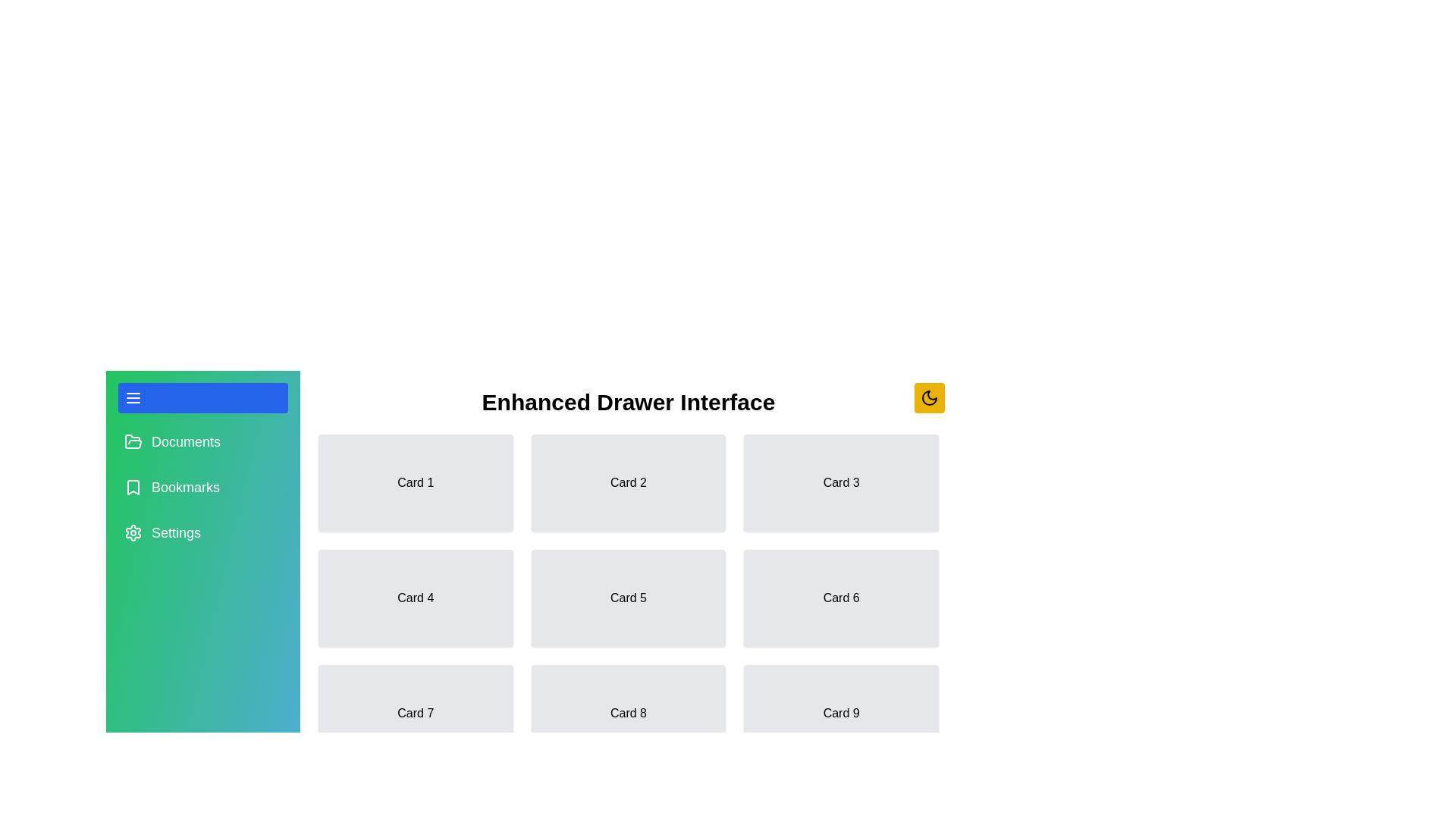 The image size is (1456, 819). What do you see at coordinates (202, 441) in the screenshot?
I see `the menu item Documents to select it` at bounding box center [202, 441].